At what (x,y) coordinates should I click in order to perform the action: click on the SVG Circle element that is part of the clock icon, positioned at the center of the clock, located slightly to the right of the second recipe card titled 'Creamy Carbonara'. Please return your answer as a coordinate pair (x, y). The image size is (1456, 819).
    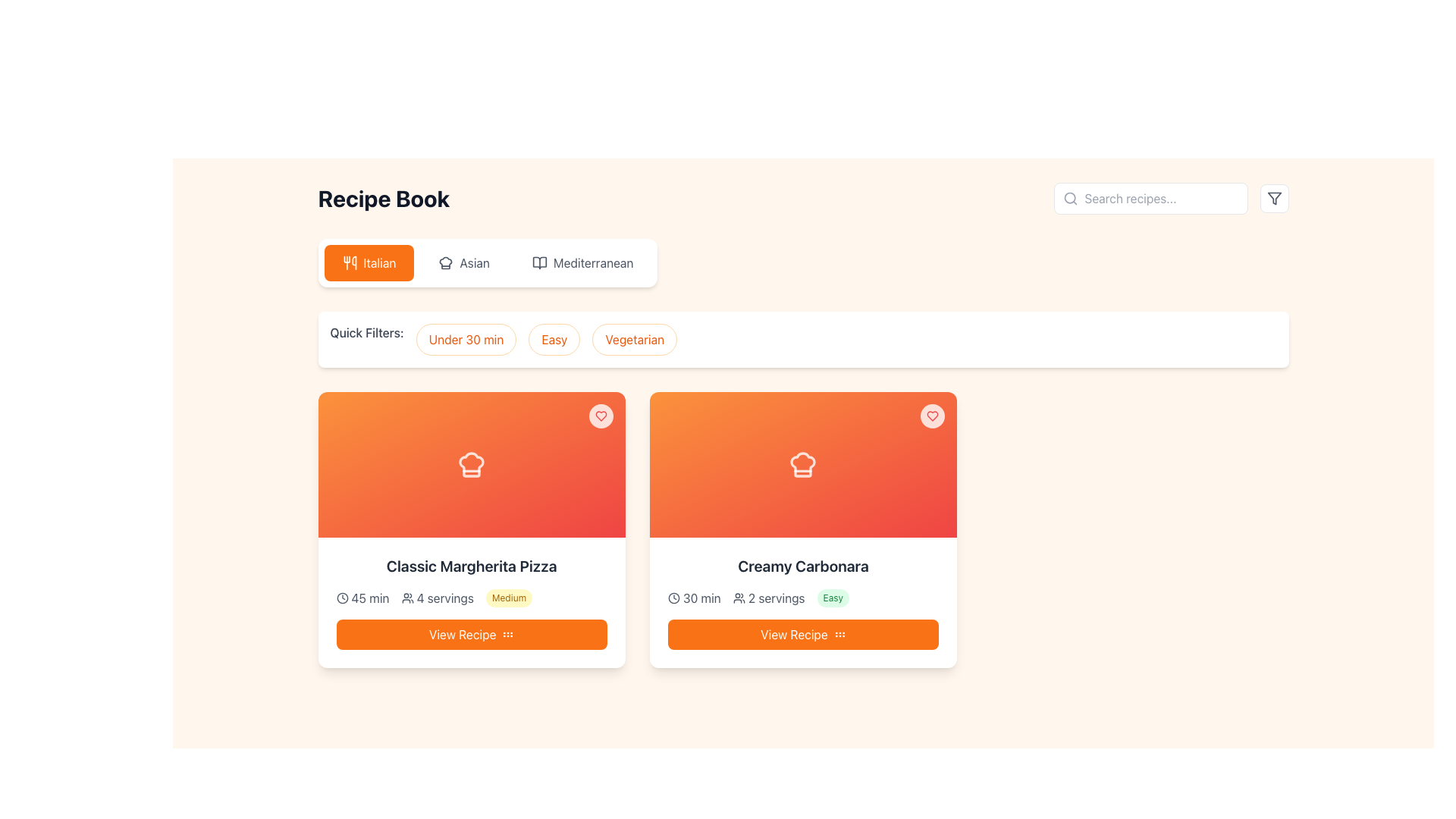
    Looking at the image, I should click on (673, 598).